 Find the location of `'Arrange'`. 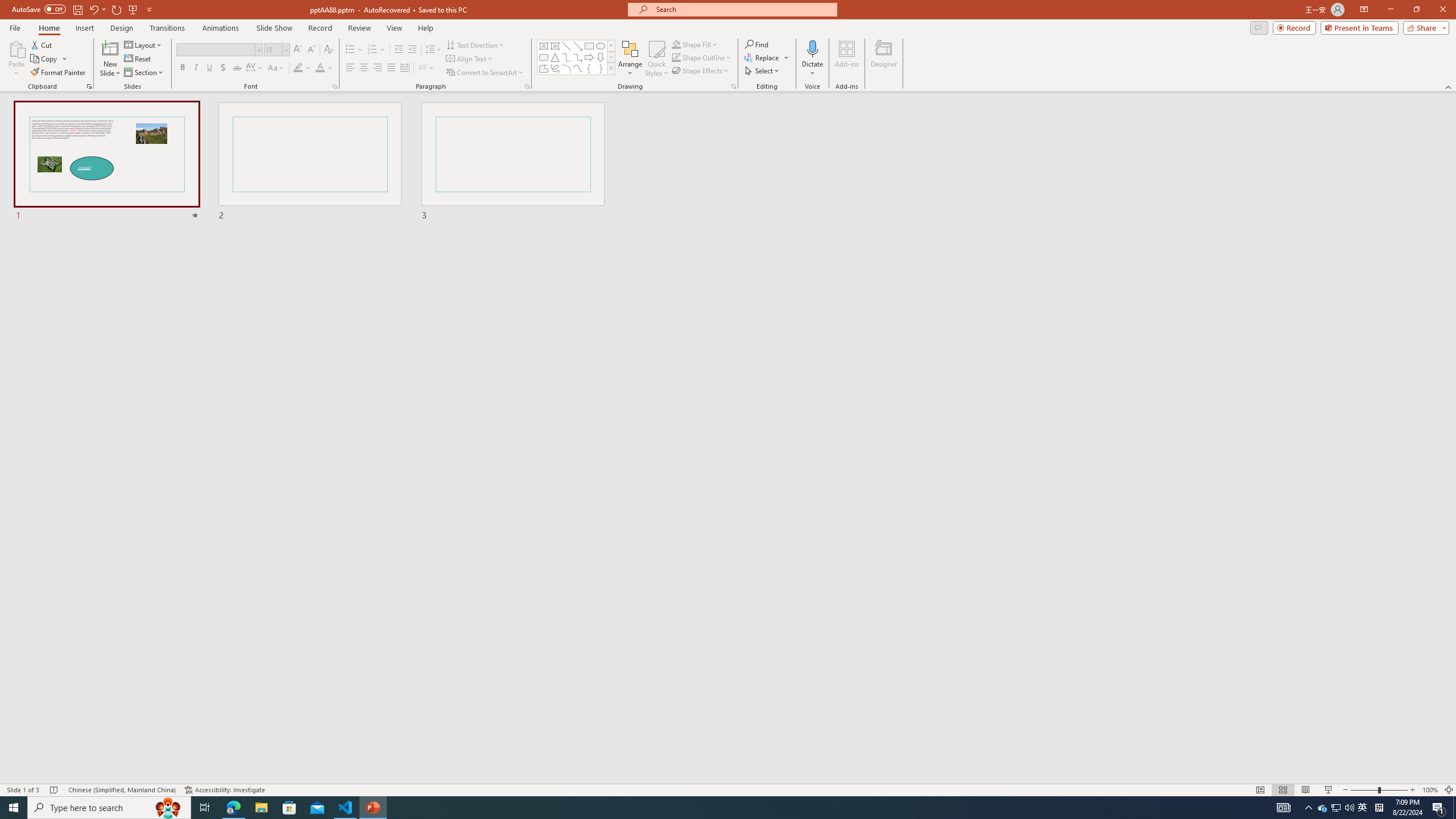

'Arrange' is located at coordinates (630, 59).